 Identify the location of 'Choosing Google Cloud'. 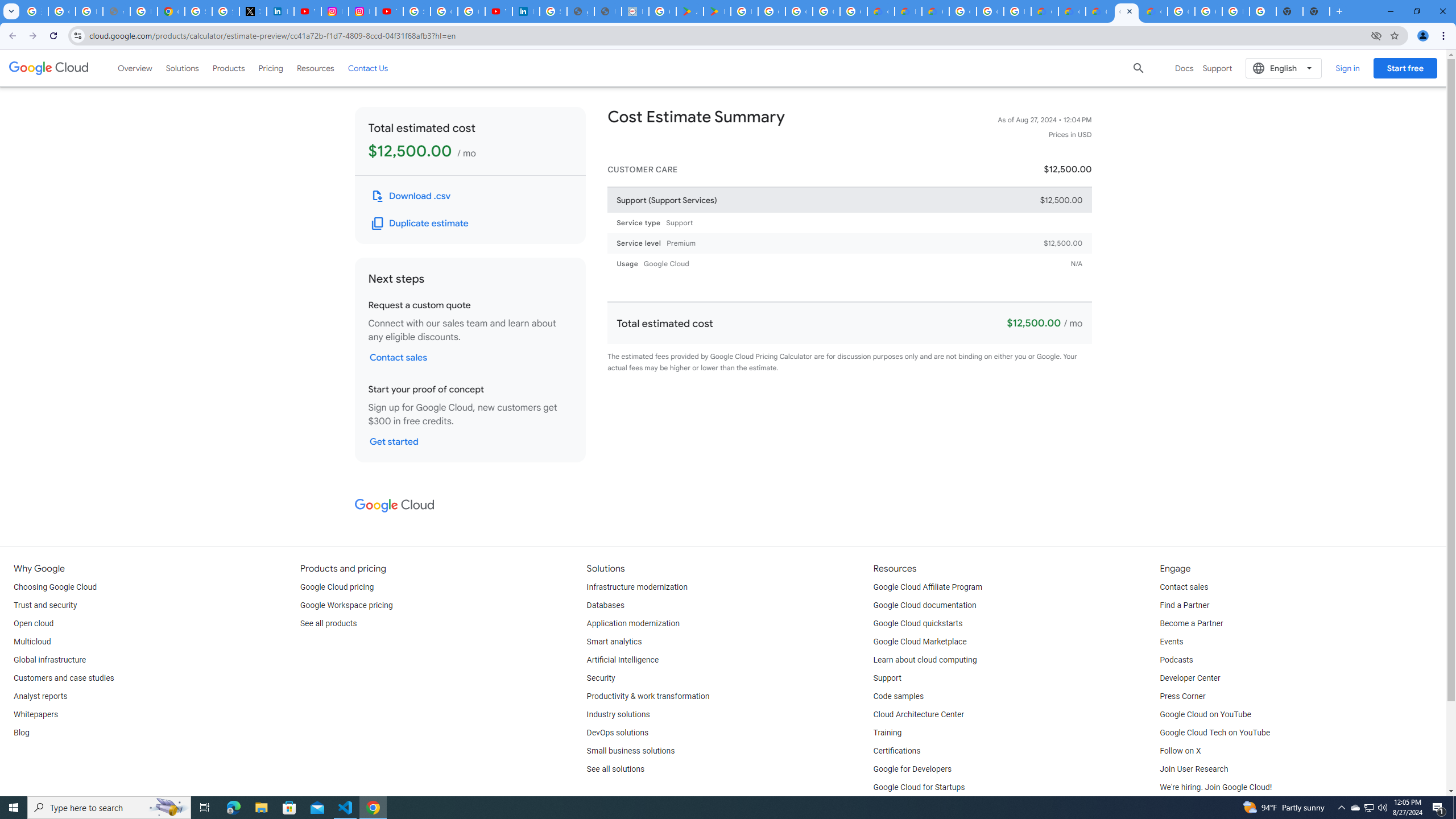
(55, 586).